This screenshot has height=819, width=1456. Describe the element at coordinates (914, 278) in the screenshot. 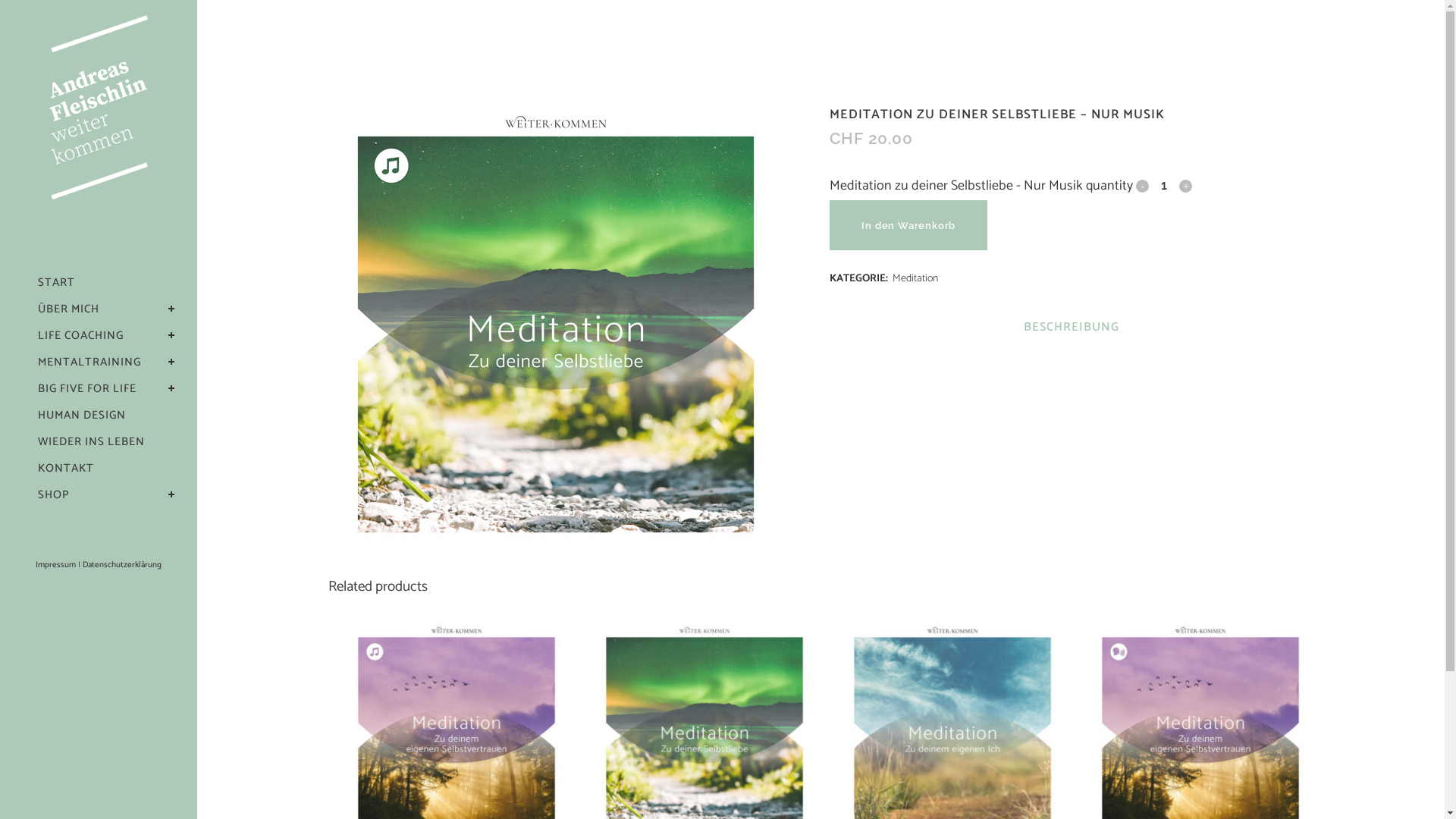

I see `'Meditation'` at that location.